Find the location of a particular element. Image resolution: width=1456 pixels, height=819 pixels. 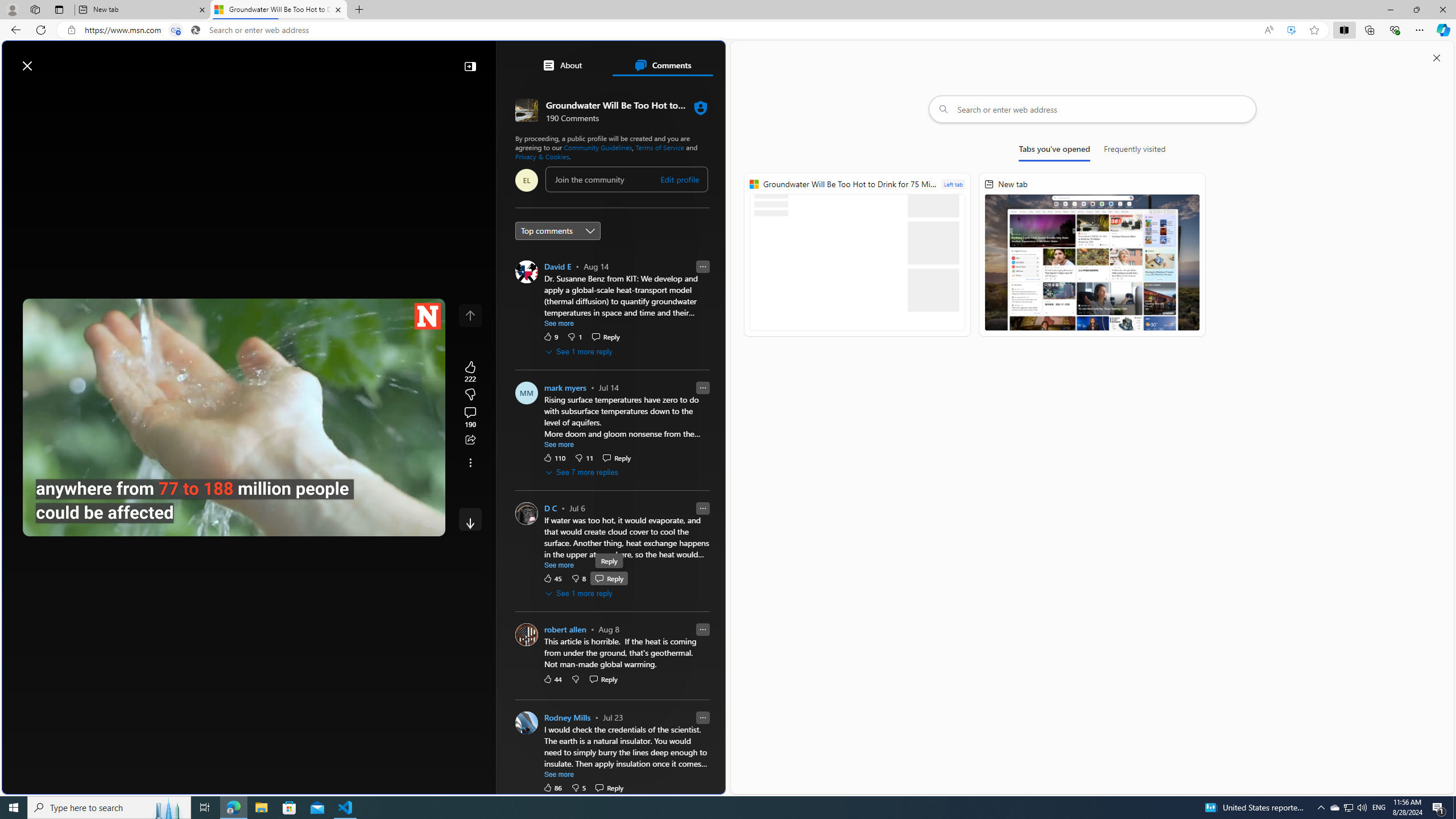

'Quality Settings' is located at coordinates (360, 523).